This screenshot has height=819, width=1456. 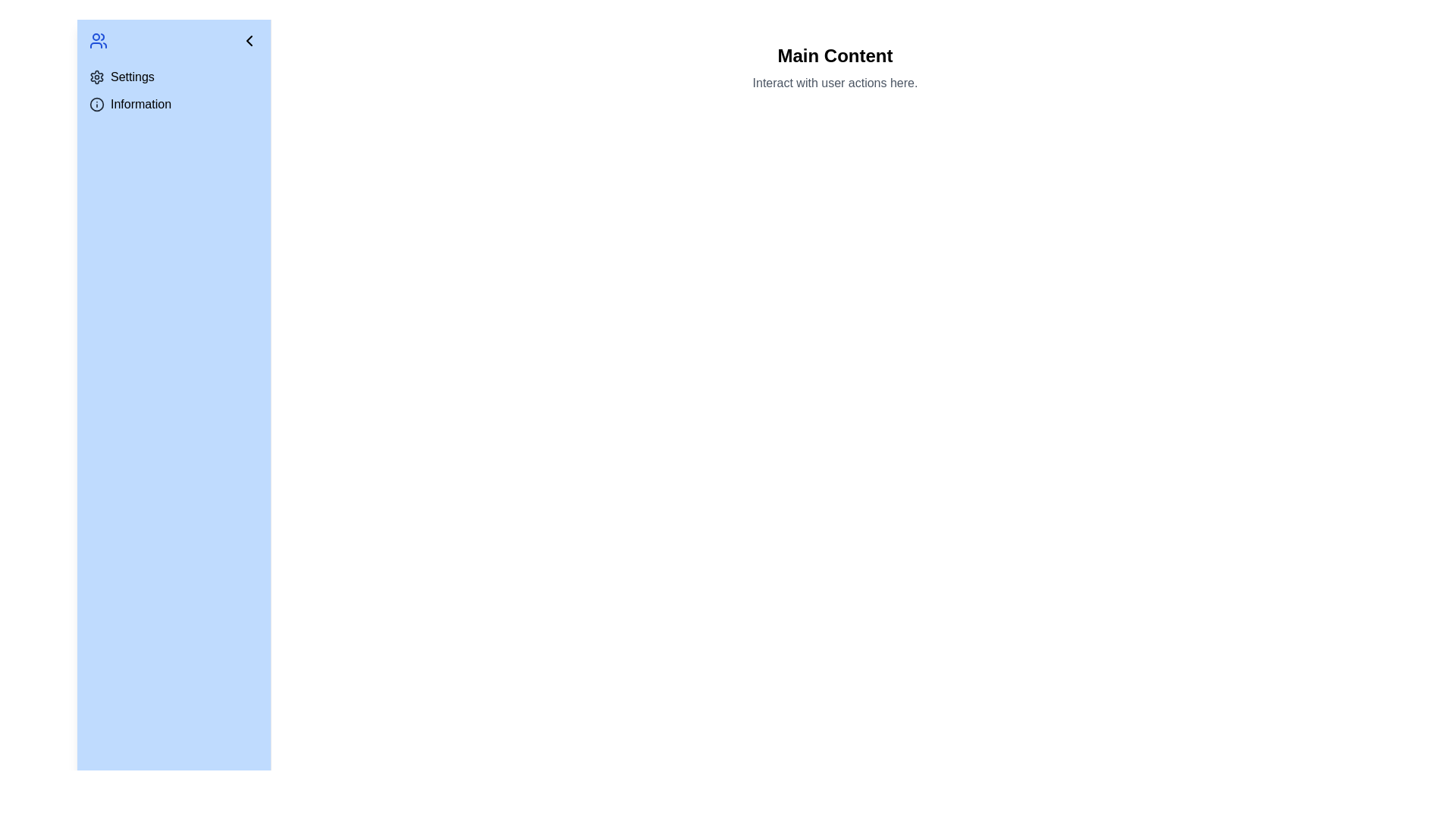 What do you see at coordinates (132, 77) in the screenshot?
I see `the 'Settings' text label located in the blue sidebar, which is styled in bold and positioned below the gear icon` at bounding box center [132, 77].